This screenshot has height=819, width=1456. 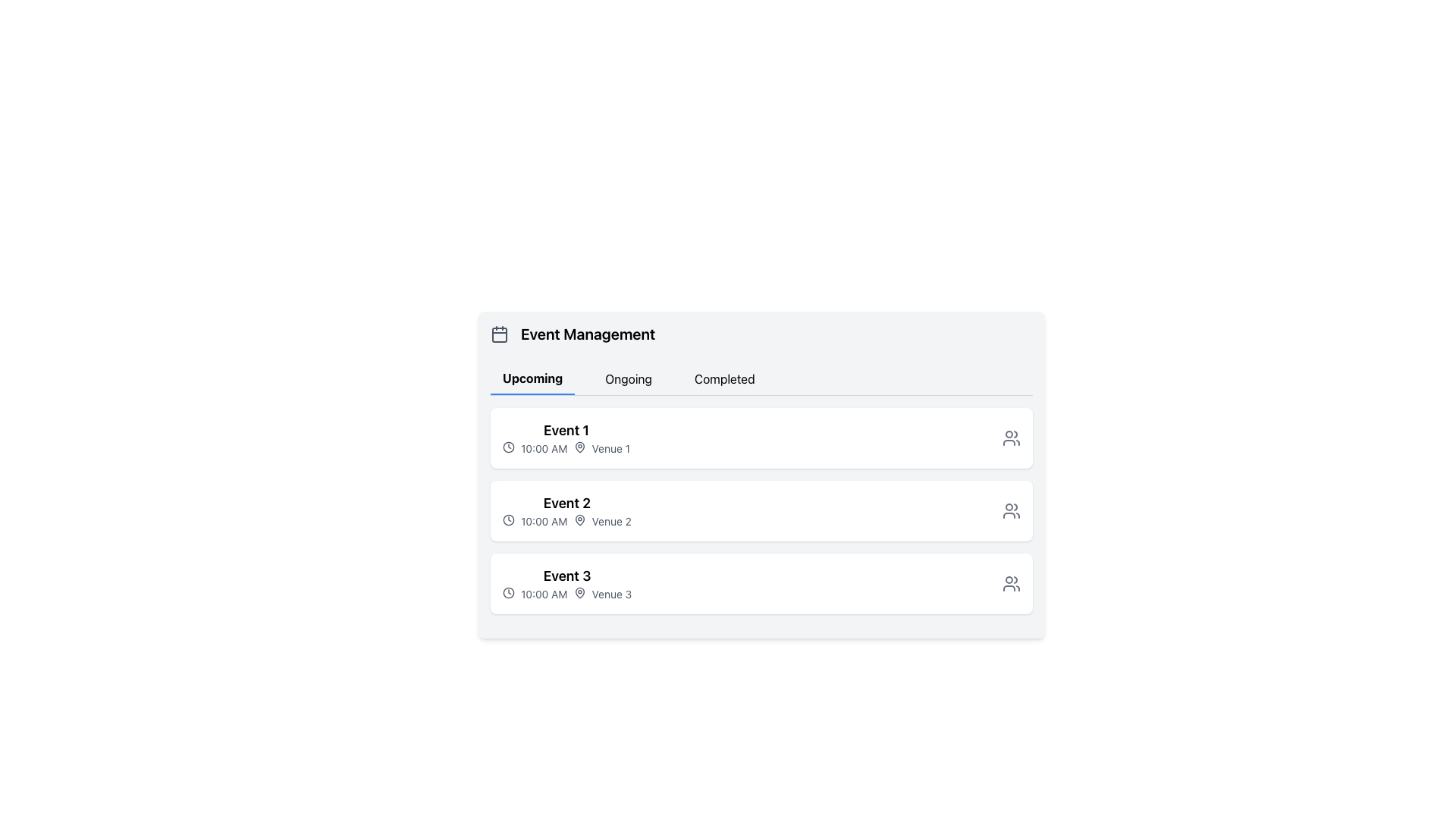 I want to click on the icon located to the left of 'Venue 1' in the text group '10:00 AM Venue 1', which serves as a visual indicator for the venue information, so click(x=579, y=447).